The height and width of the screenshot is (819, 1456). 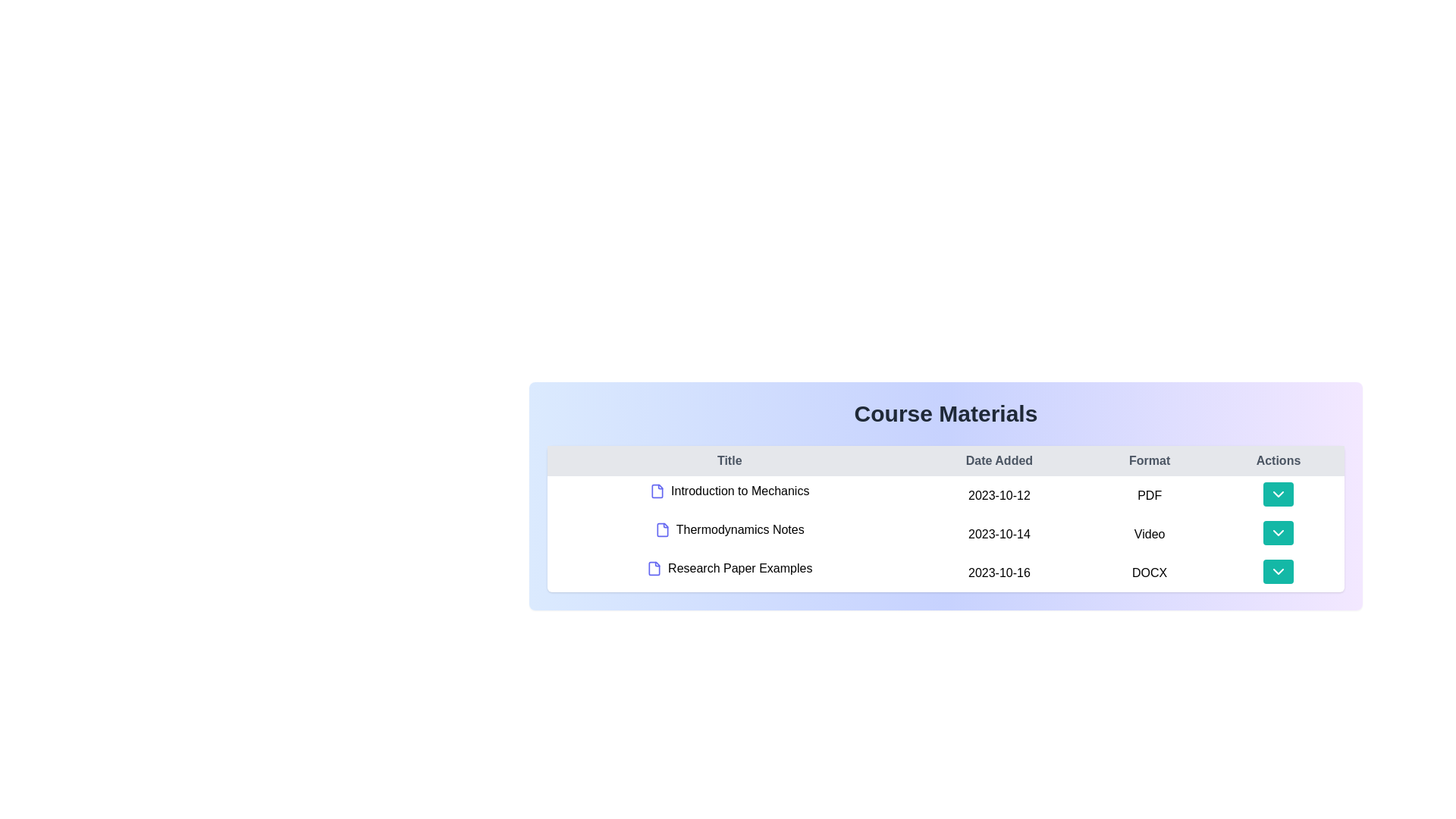 What do you see at coordinates (1150, 533) in the screenshot?
I see `the 'Video' text label in the 'Format' column of the course materials table for 'Thermodynamics Notes'` at bounding box center [1150, 533].